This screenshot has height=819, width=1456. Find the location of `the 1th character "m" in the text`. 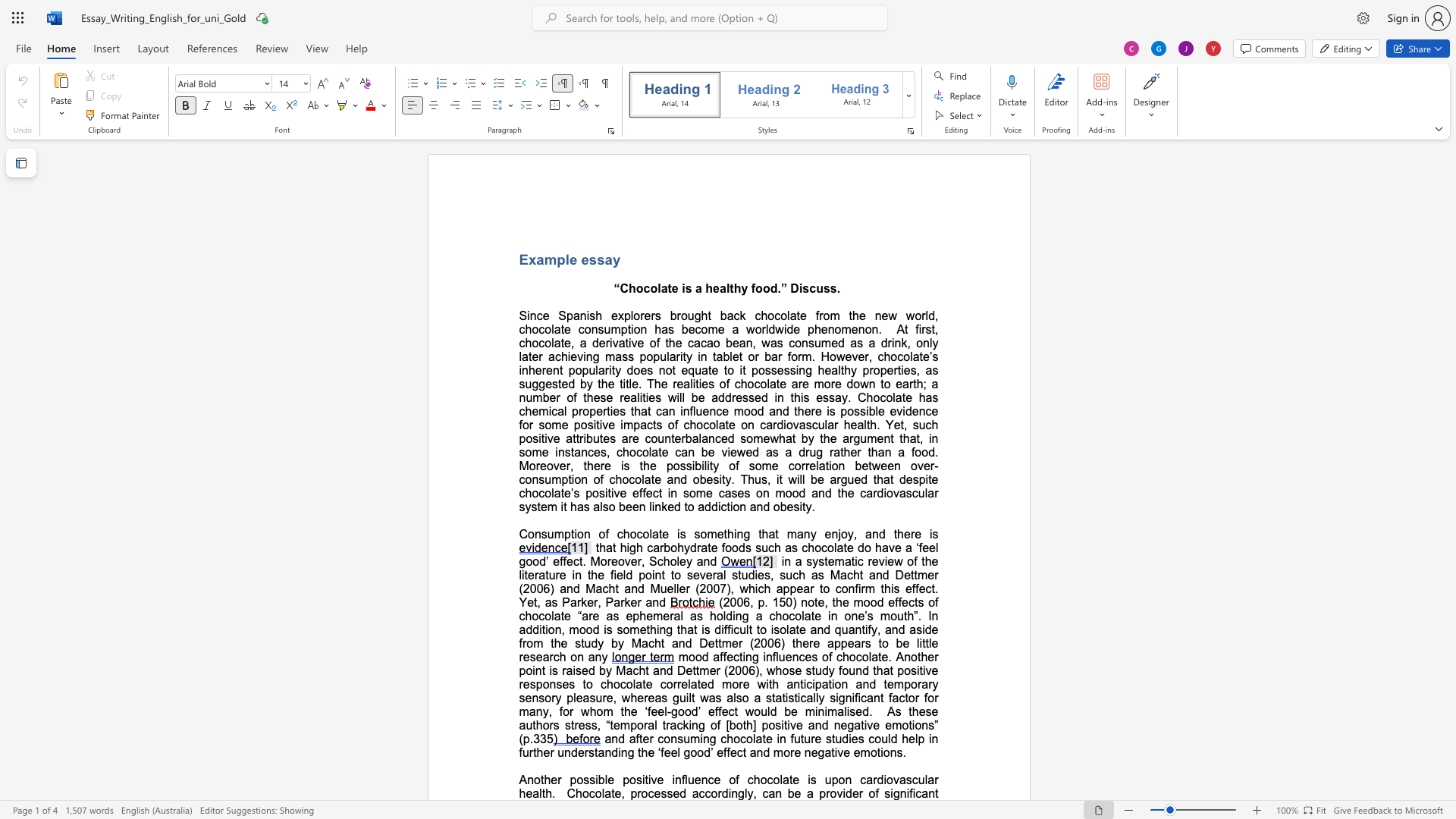

the 1th character "m" in the text is located at coordinates (549, 259).